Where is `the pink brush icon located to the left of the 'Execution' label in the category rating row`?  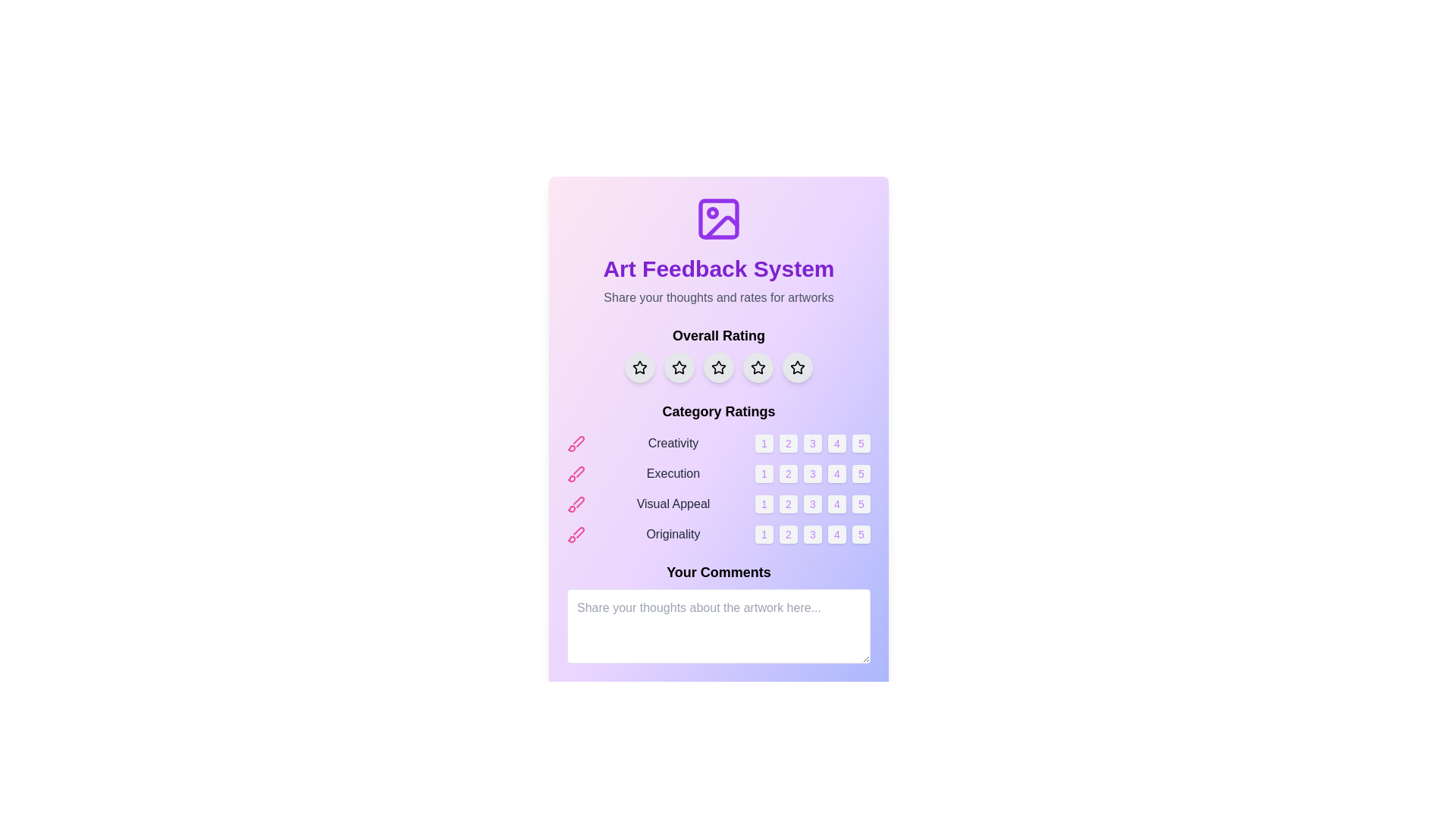 the pink brush icon located to the left of the 'Execution' label in the category rating row is located at coordinates (575, 472).